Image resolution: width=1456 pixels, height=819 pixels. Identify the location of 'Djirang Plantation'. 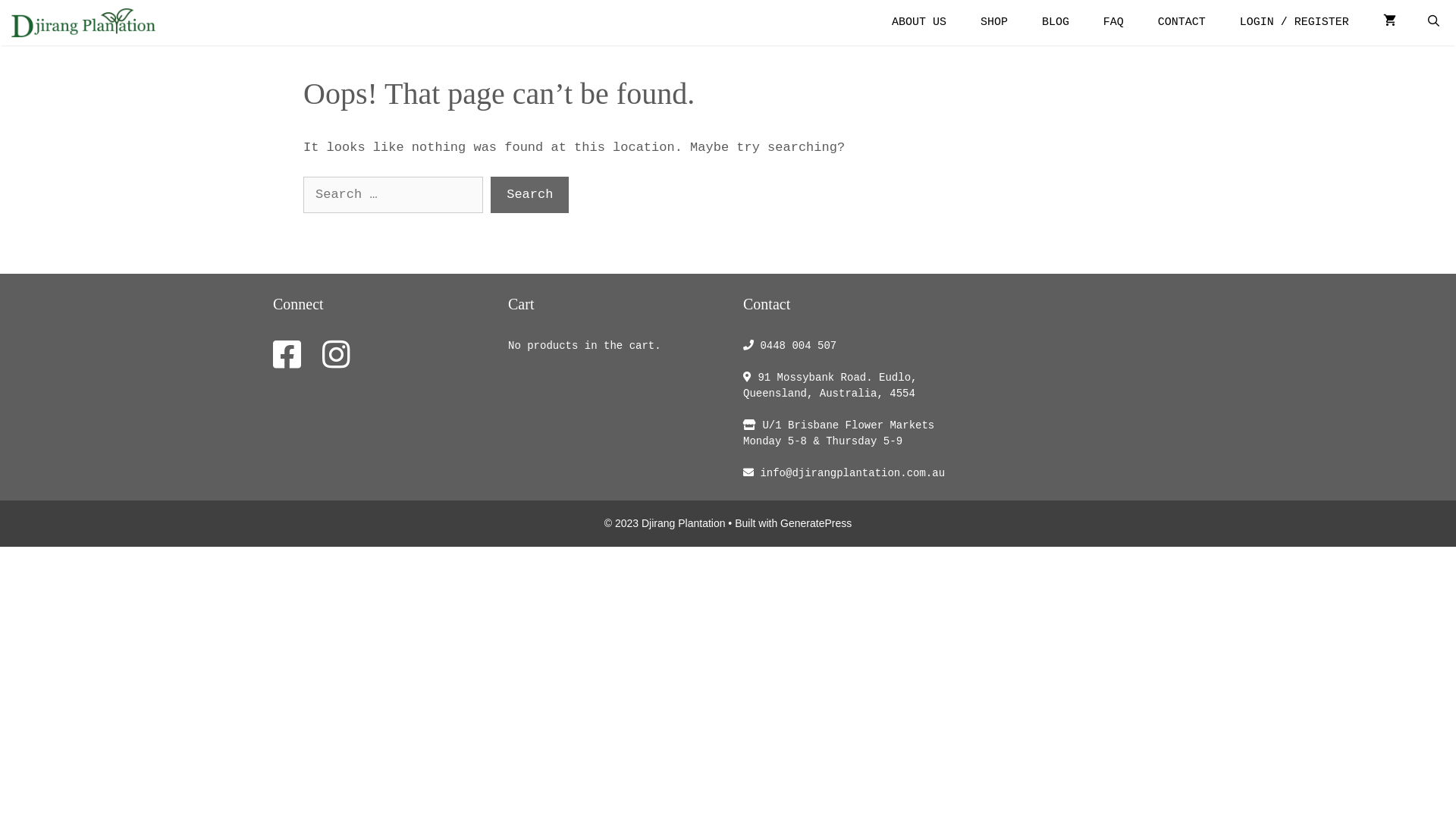
(83, 23).